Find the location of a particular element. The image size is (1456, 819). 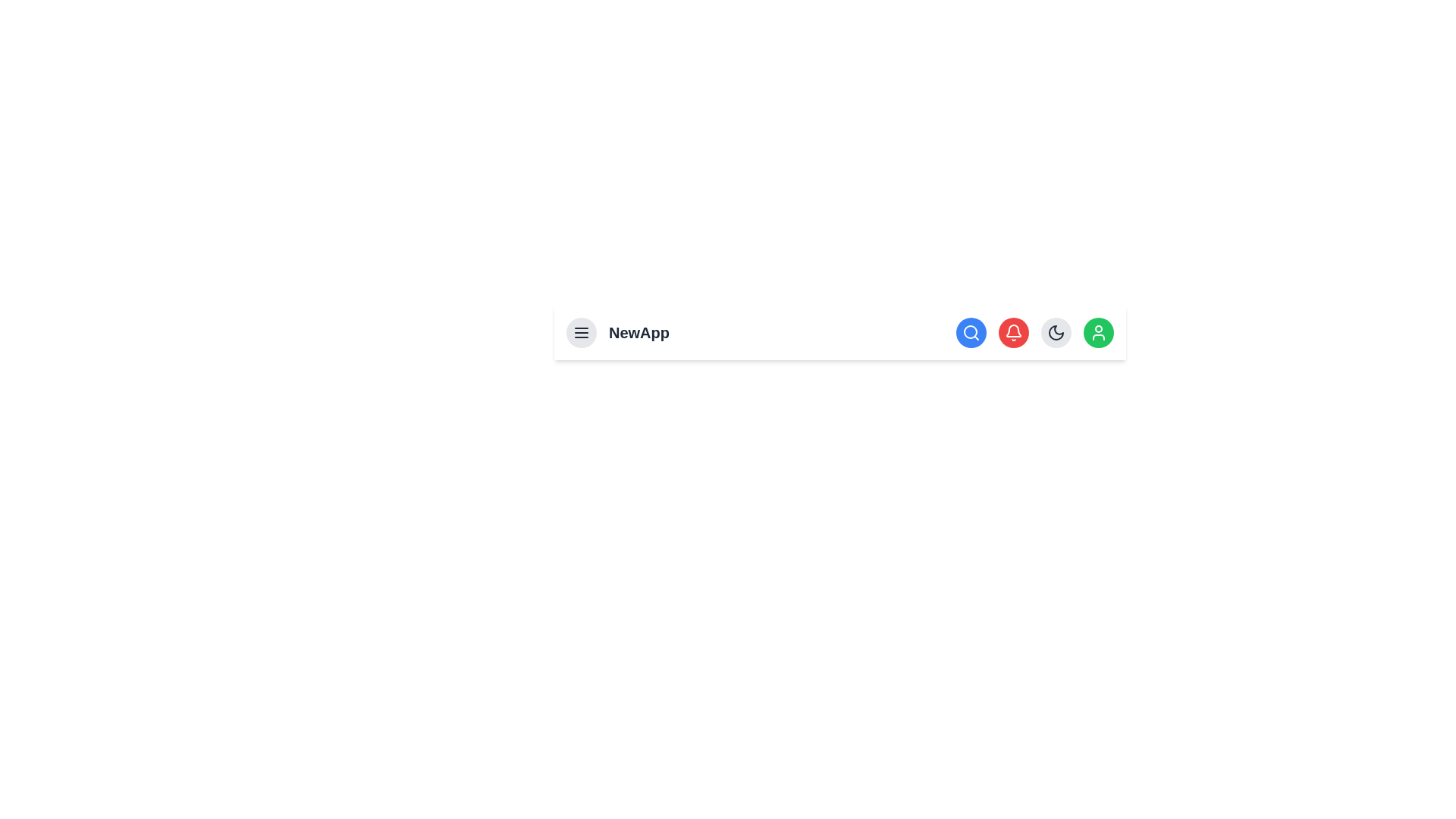

the user profile button to access the user profile is located at coordinates (1099, 332).